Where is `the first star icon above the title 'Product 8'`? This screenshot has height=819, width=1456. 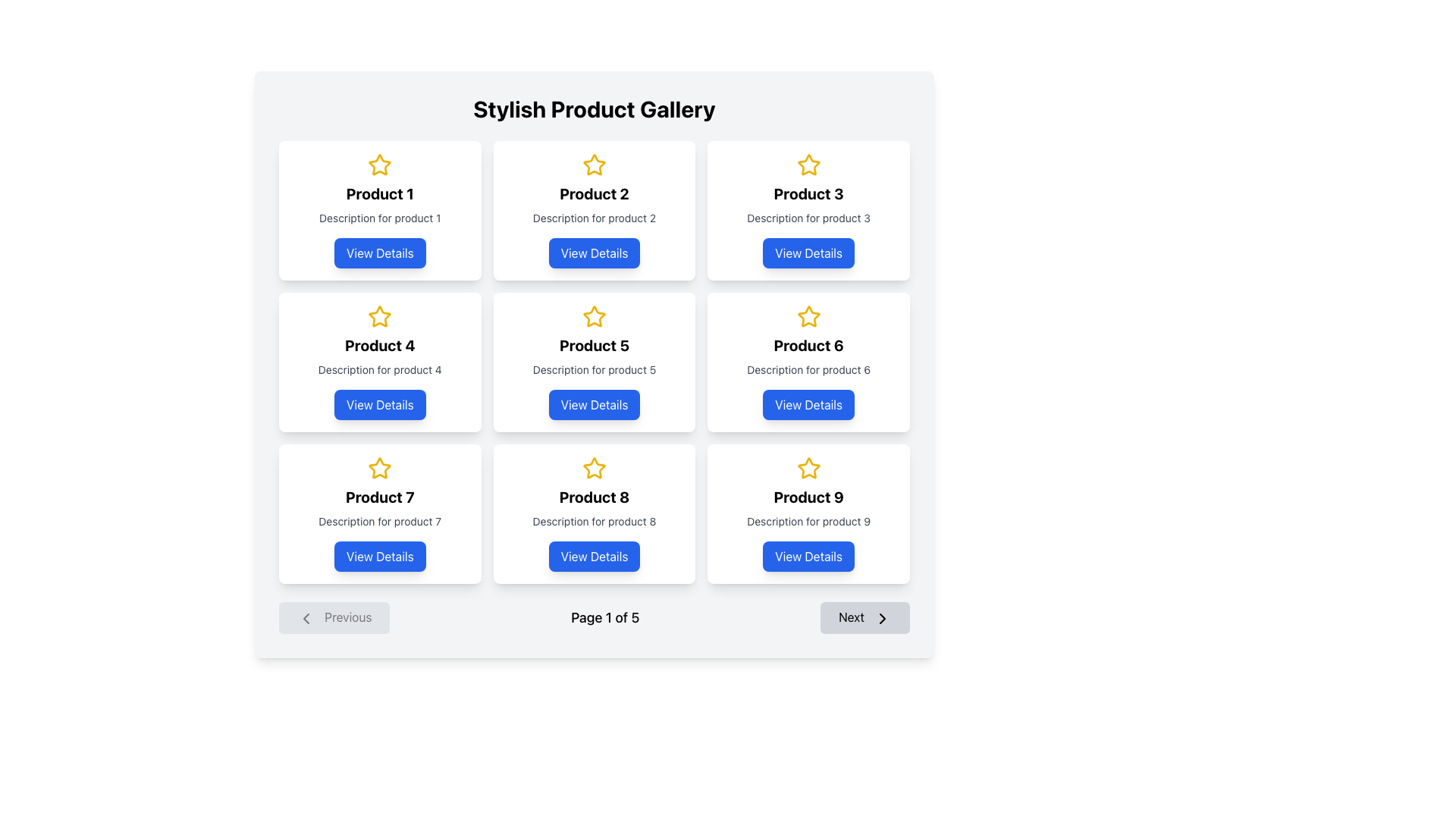
the first star icon above the title 'Product 8' is located at coordinates (593, 467).